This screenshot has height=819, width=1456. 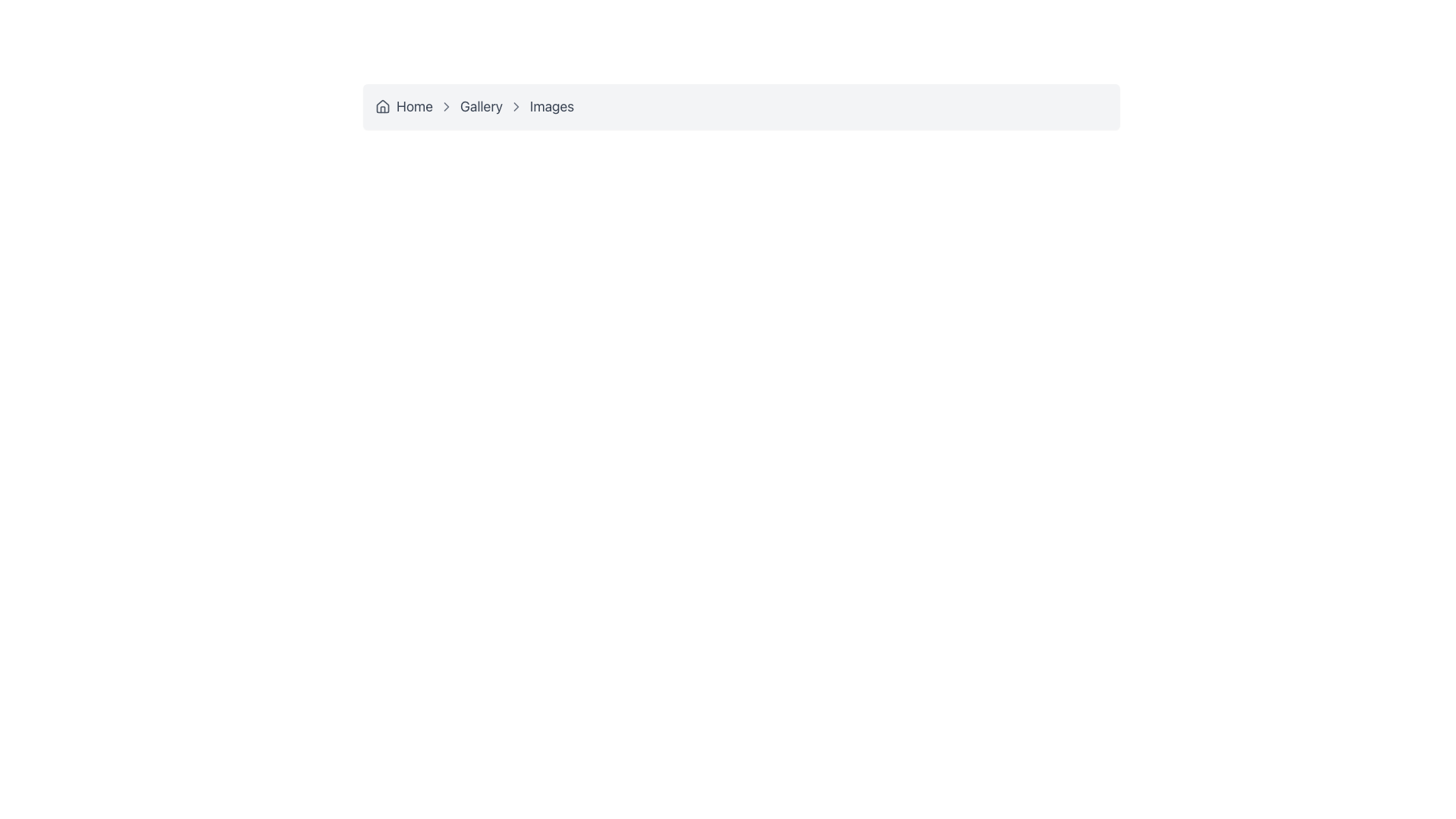 I want to click on the 'Gallery' breadcrumb navigation link element for accessibility navigation, so click(x=467, y=106).